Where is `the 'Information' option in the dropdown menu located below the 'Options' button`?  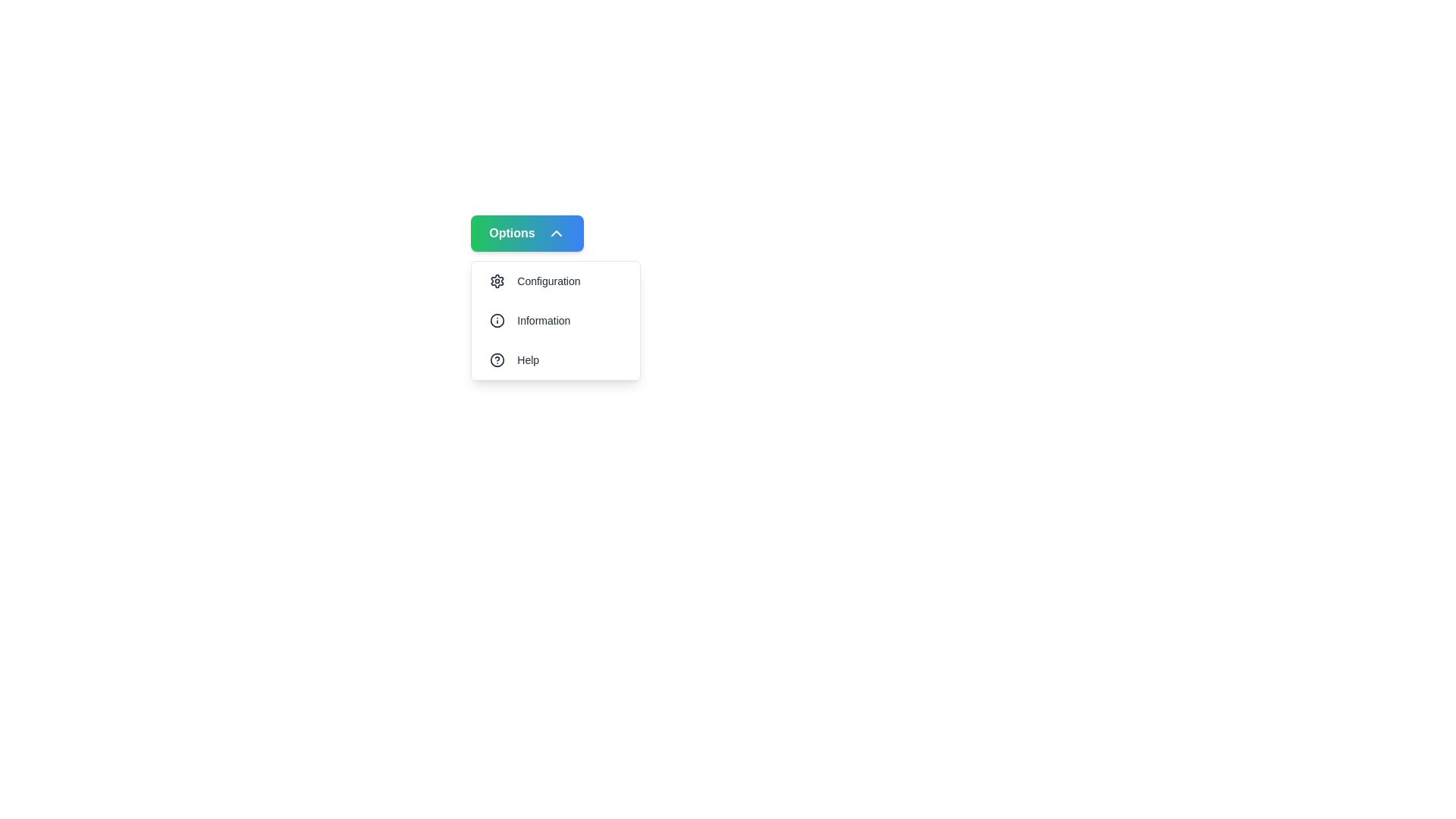
the 'Information' option in the dropdown menu located below the 'Options' button is located at coordinates (555, 320).